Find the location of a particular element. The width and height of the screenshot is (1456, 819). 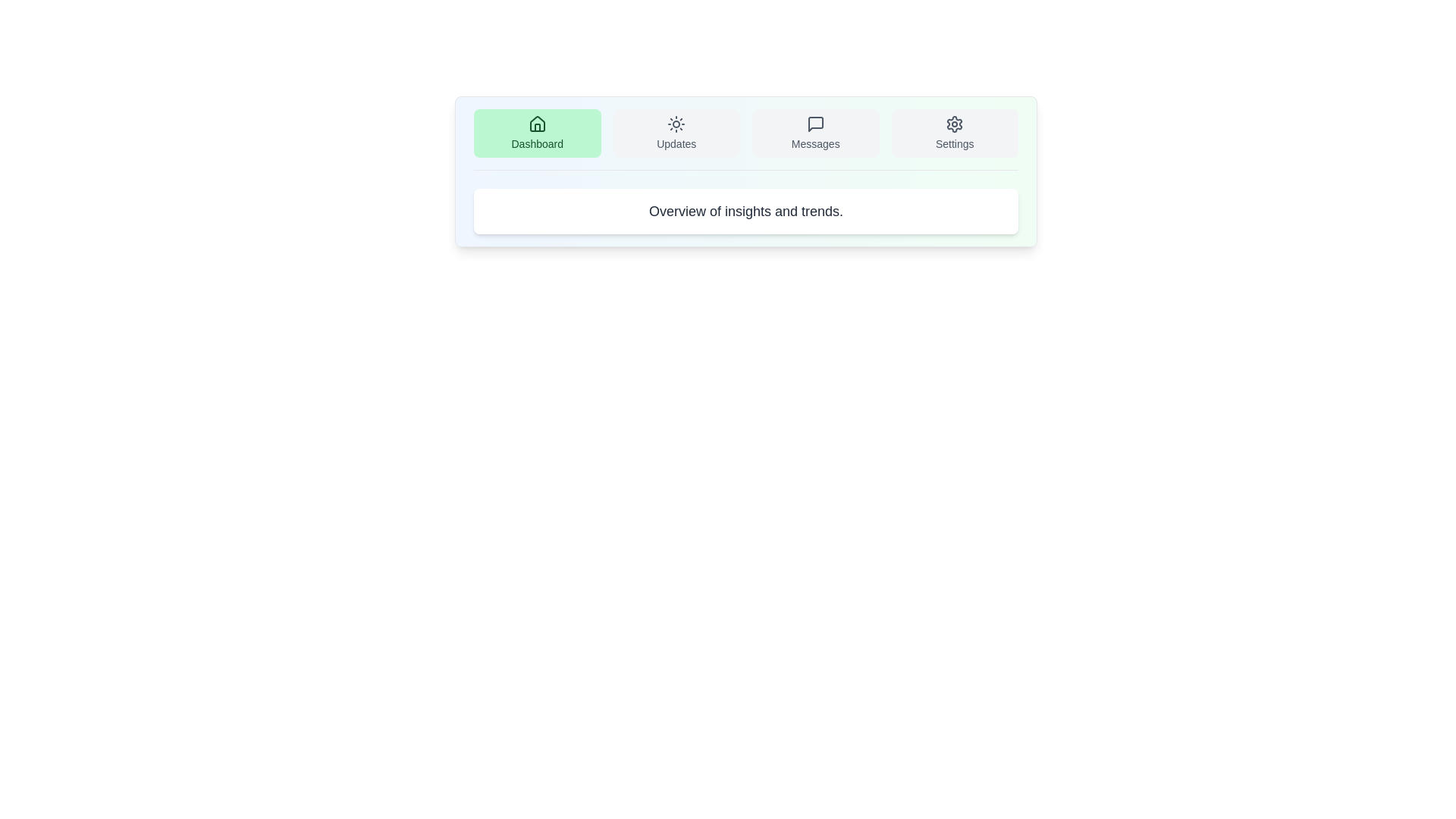

the Updates tab to view its content is located at coordinates (676, 133).